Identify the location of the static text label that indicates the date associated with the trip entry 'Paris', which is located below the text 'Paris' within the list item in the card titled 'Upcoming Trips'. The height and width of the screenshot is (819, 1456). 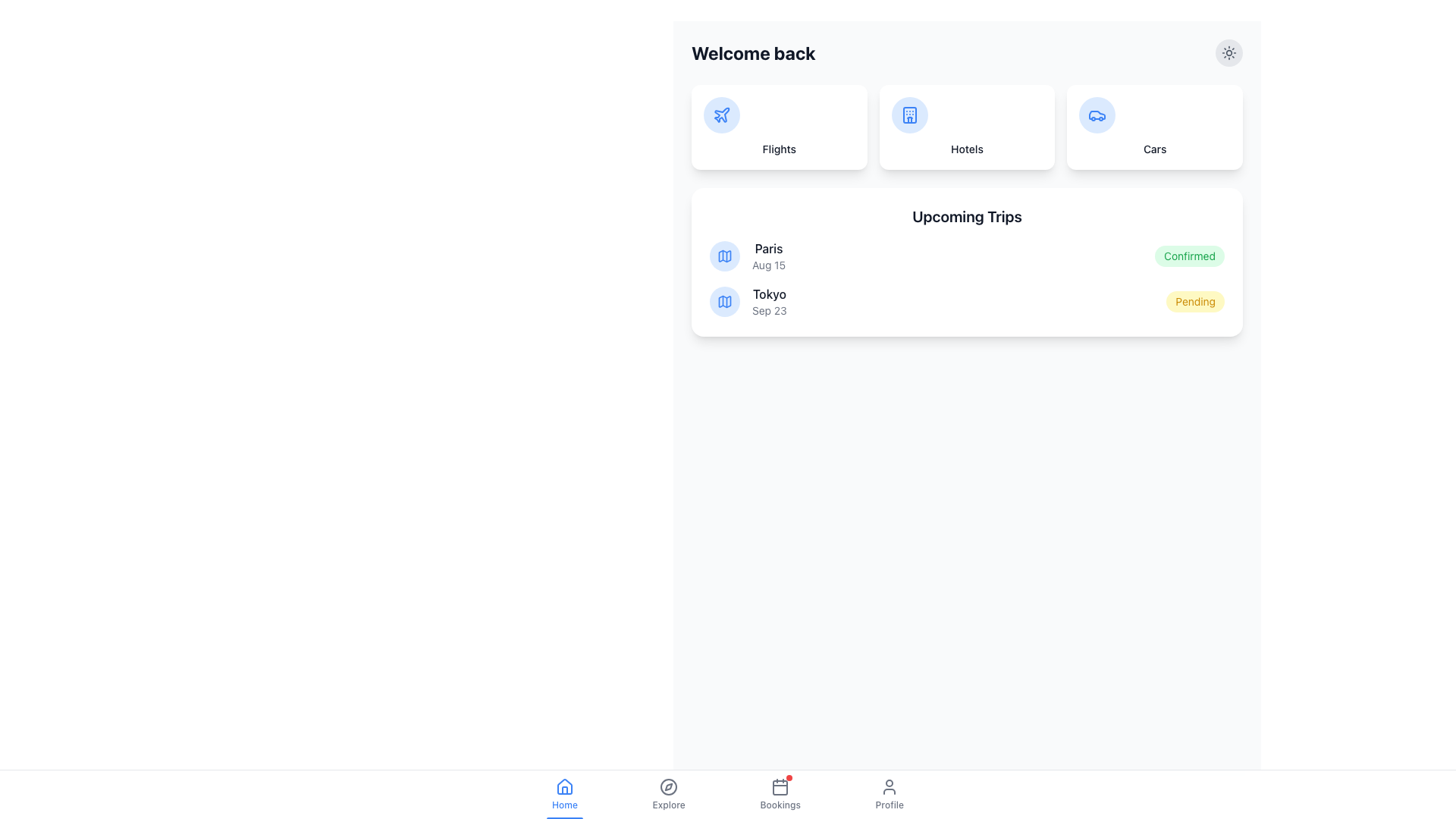
(768, 265).